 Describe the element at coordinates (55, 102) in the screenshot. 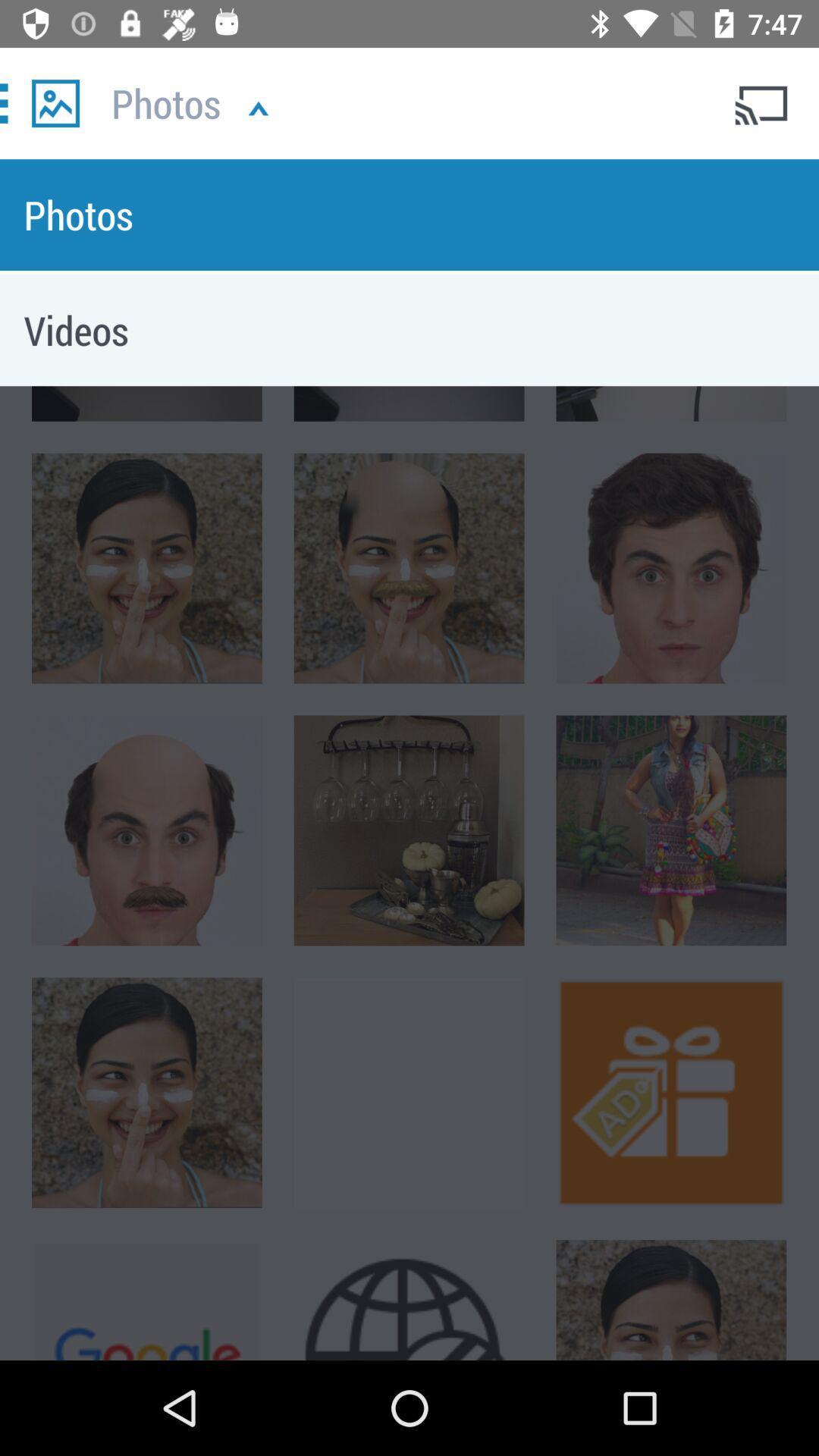

I see `the wallpaper icon` at that location.